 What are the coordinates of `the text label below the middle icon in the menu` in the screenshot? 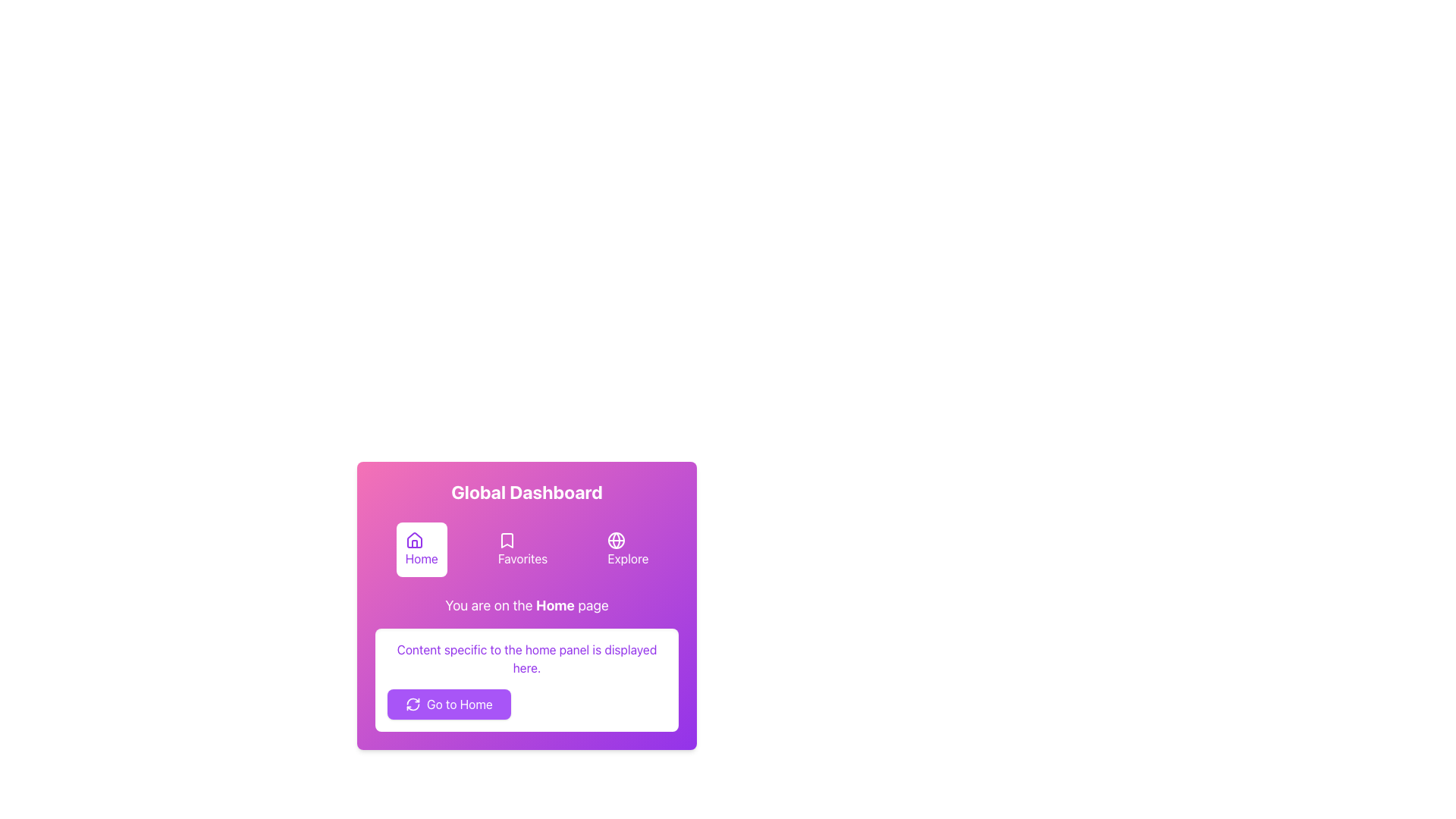 It's located at (522, 558).